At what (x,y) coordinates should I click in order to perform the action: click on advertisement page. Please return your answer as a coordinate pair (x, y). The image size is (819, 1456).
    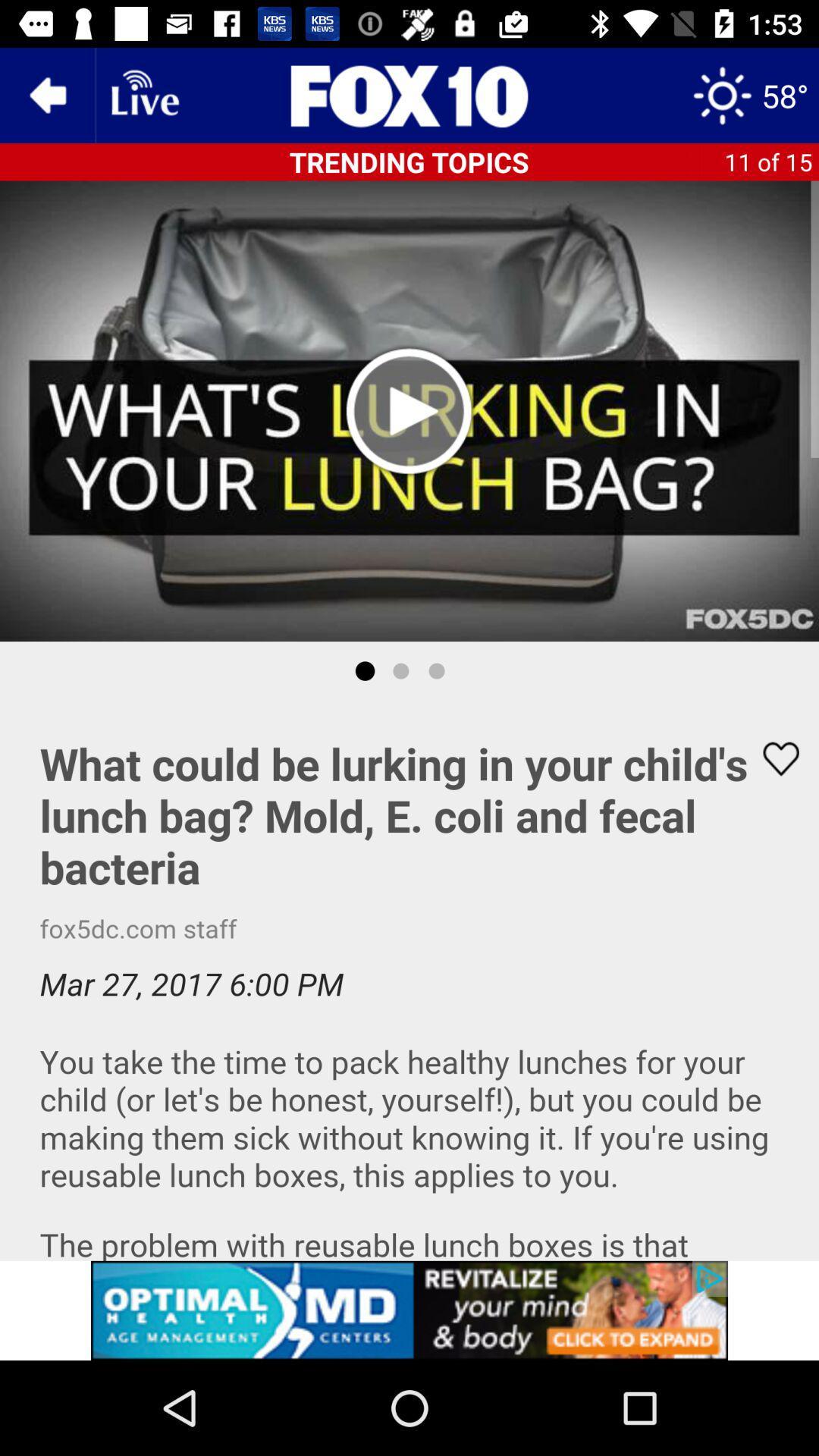
    Looking at the image, I should click on (409, 94).